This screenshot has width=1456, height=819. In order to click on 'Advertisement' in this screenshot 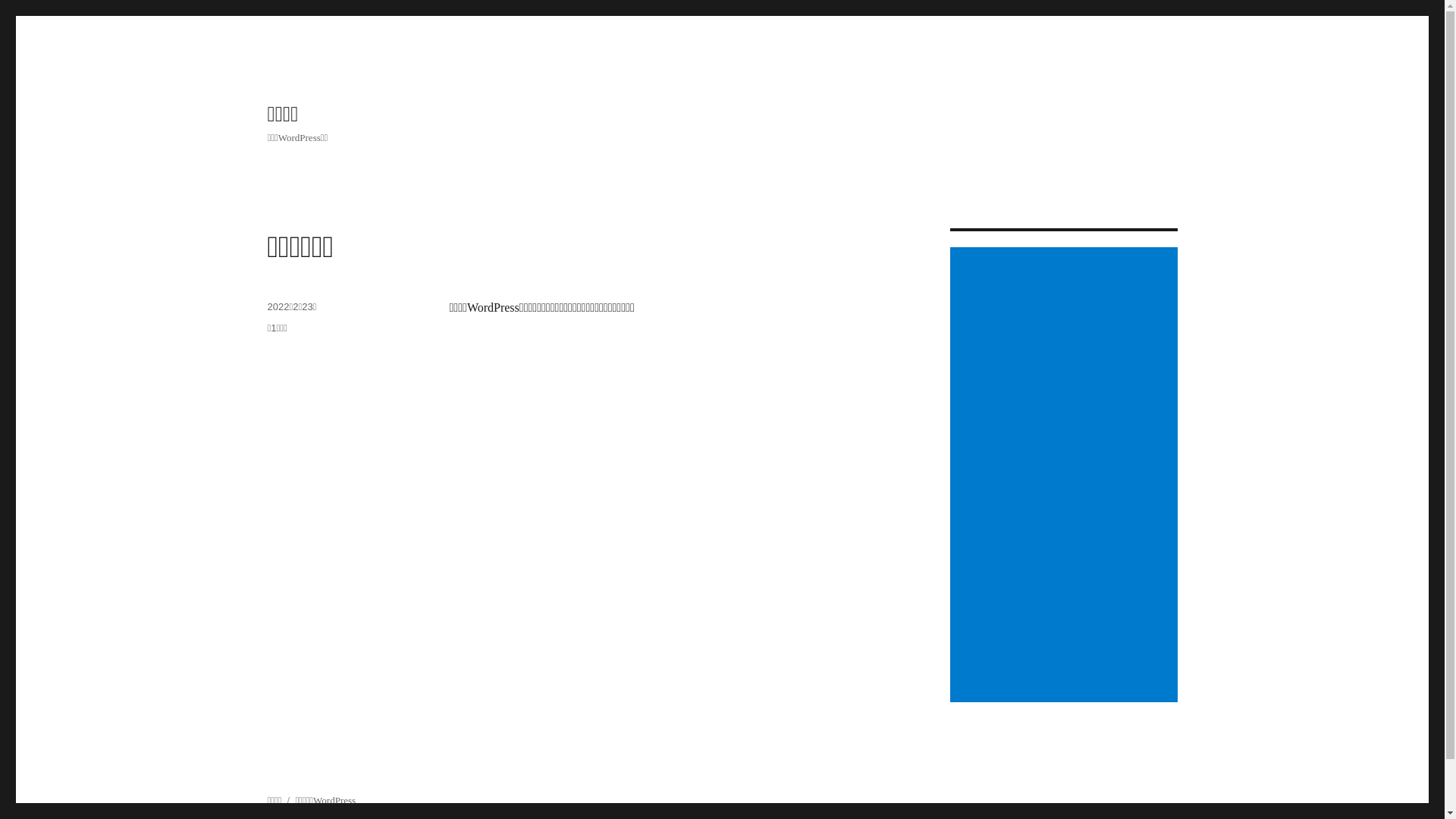, I will do `click(1065, 475)`.